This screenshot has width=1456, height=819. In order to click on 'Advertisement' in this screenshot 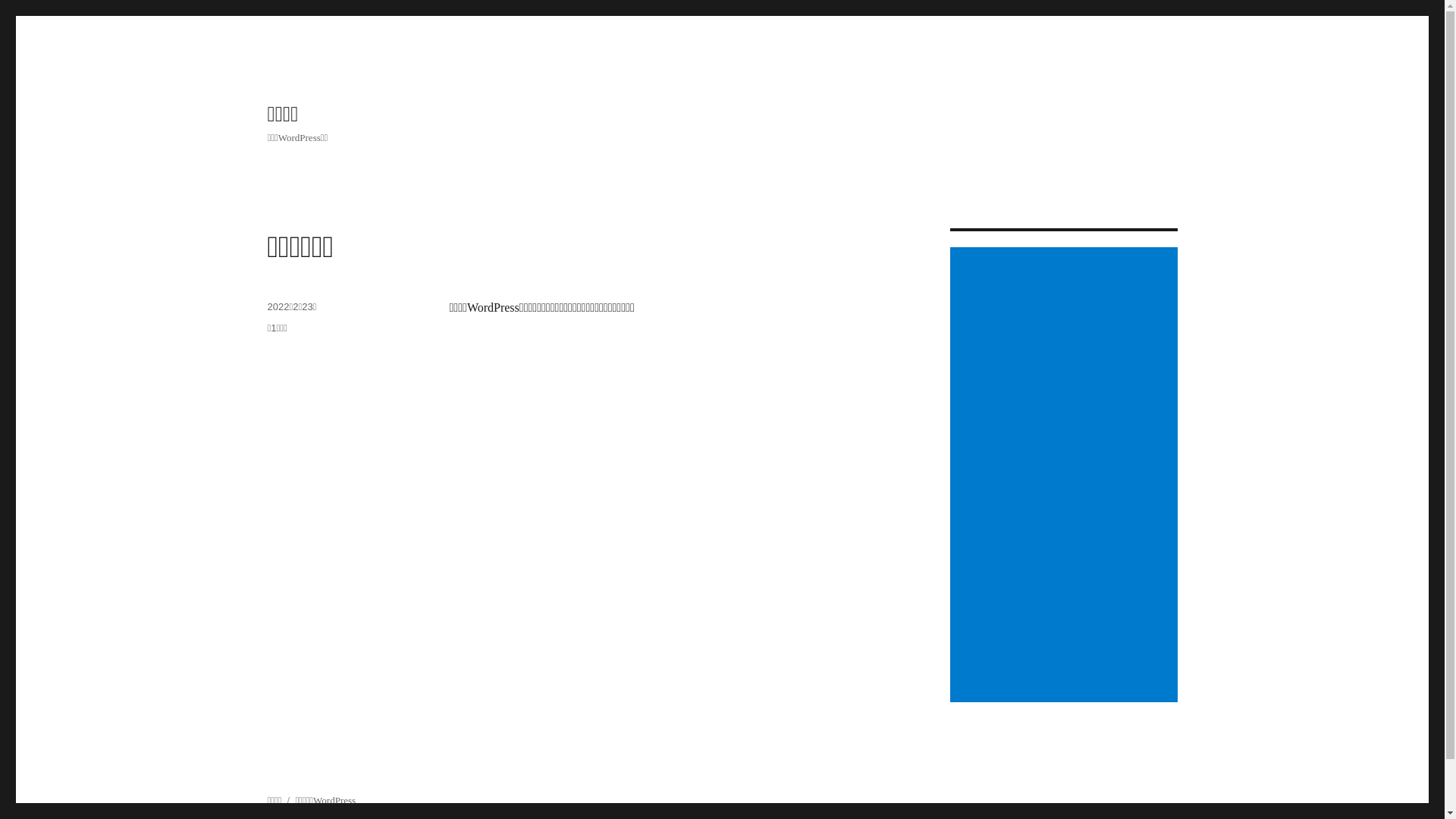, I will do `click(1065, 475)`.